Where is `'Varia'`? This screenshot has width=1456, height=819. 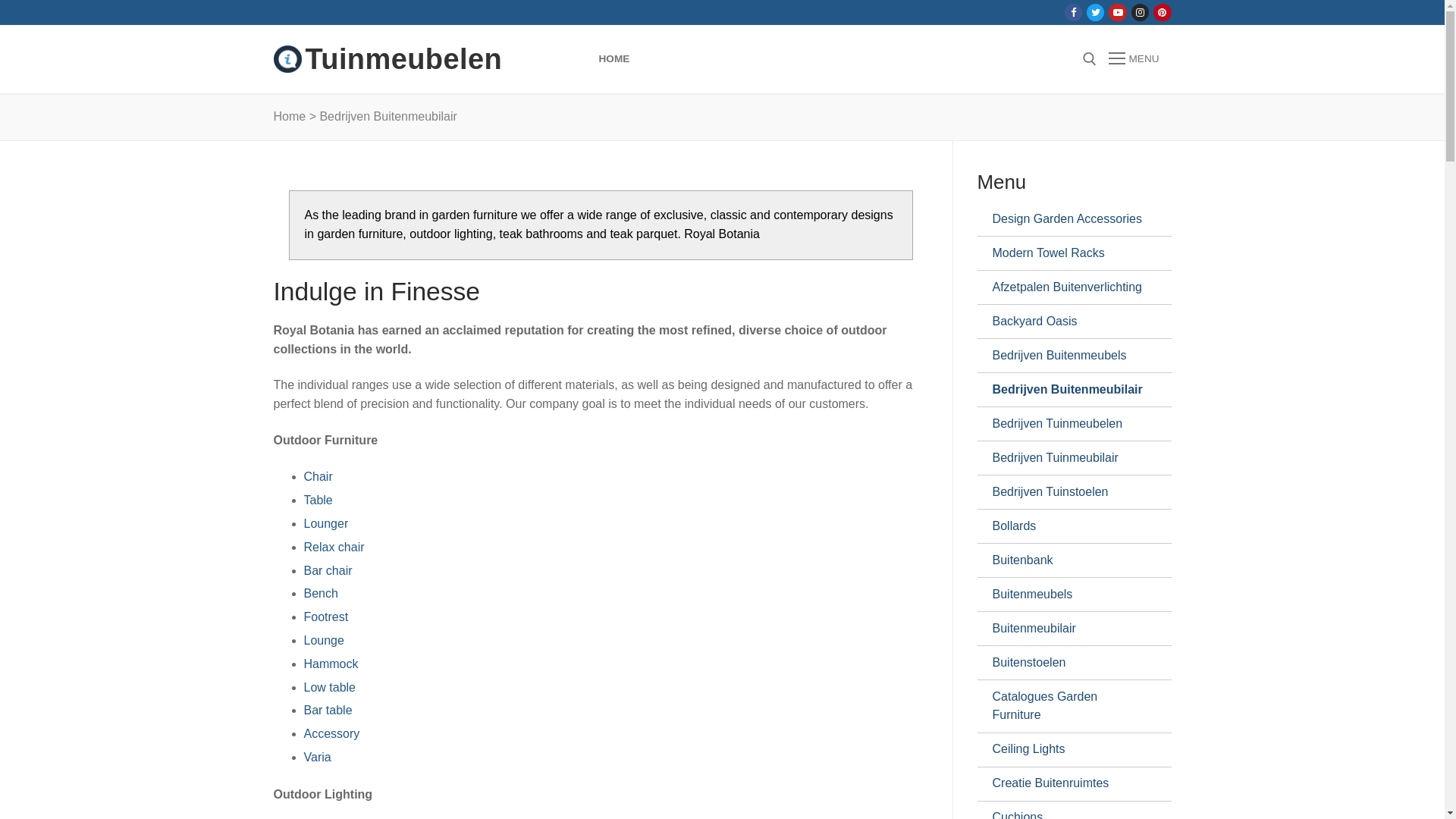
'Varia' is located at coordinates (315, 757).